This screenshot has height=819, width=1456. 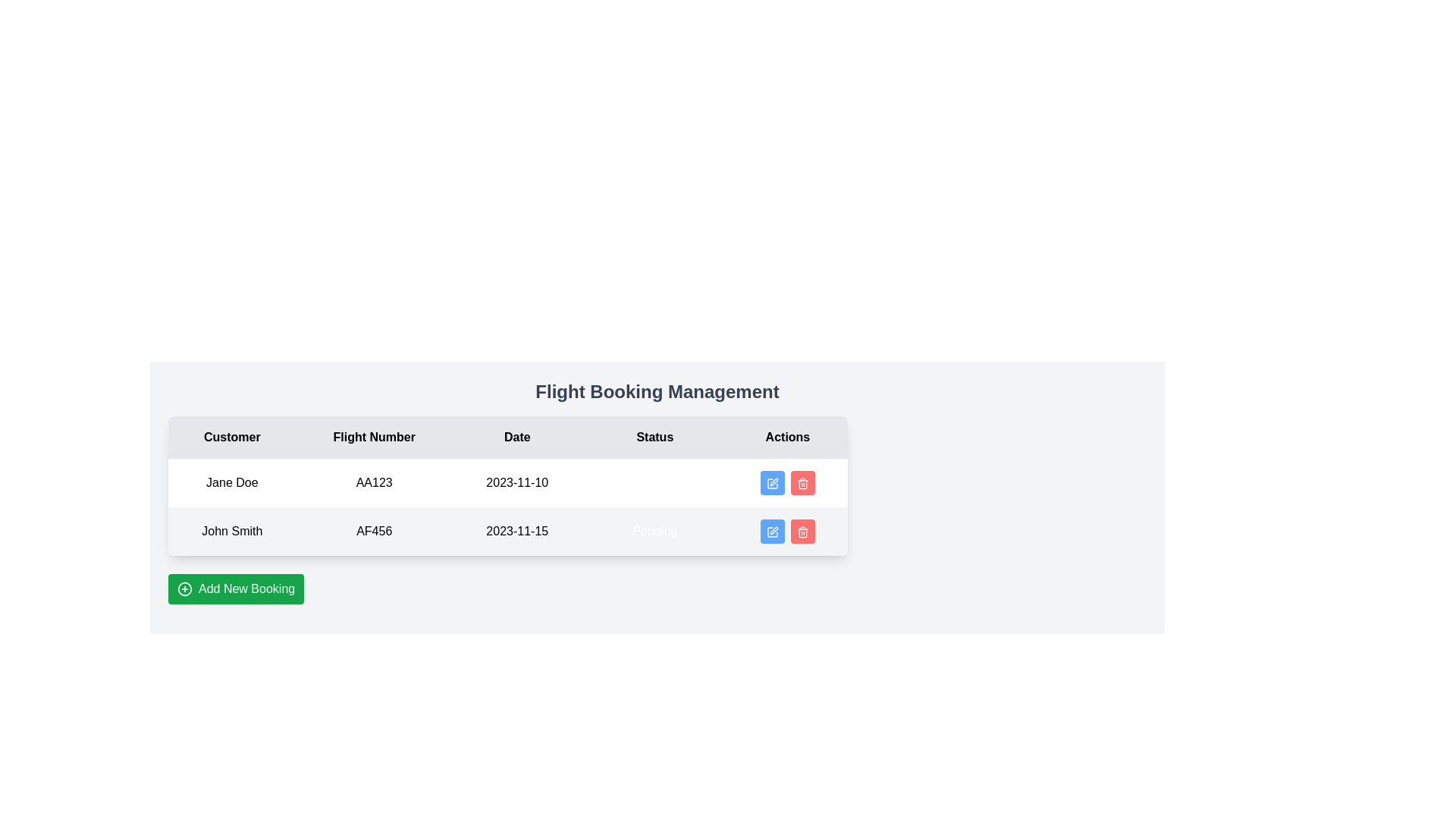 I want to click on the red-colored button with a trash can icon in the last column of the 'Actions' for the second row of the flight booking management table, so click(x=802, y=531).